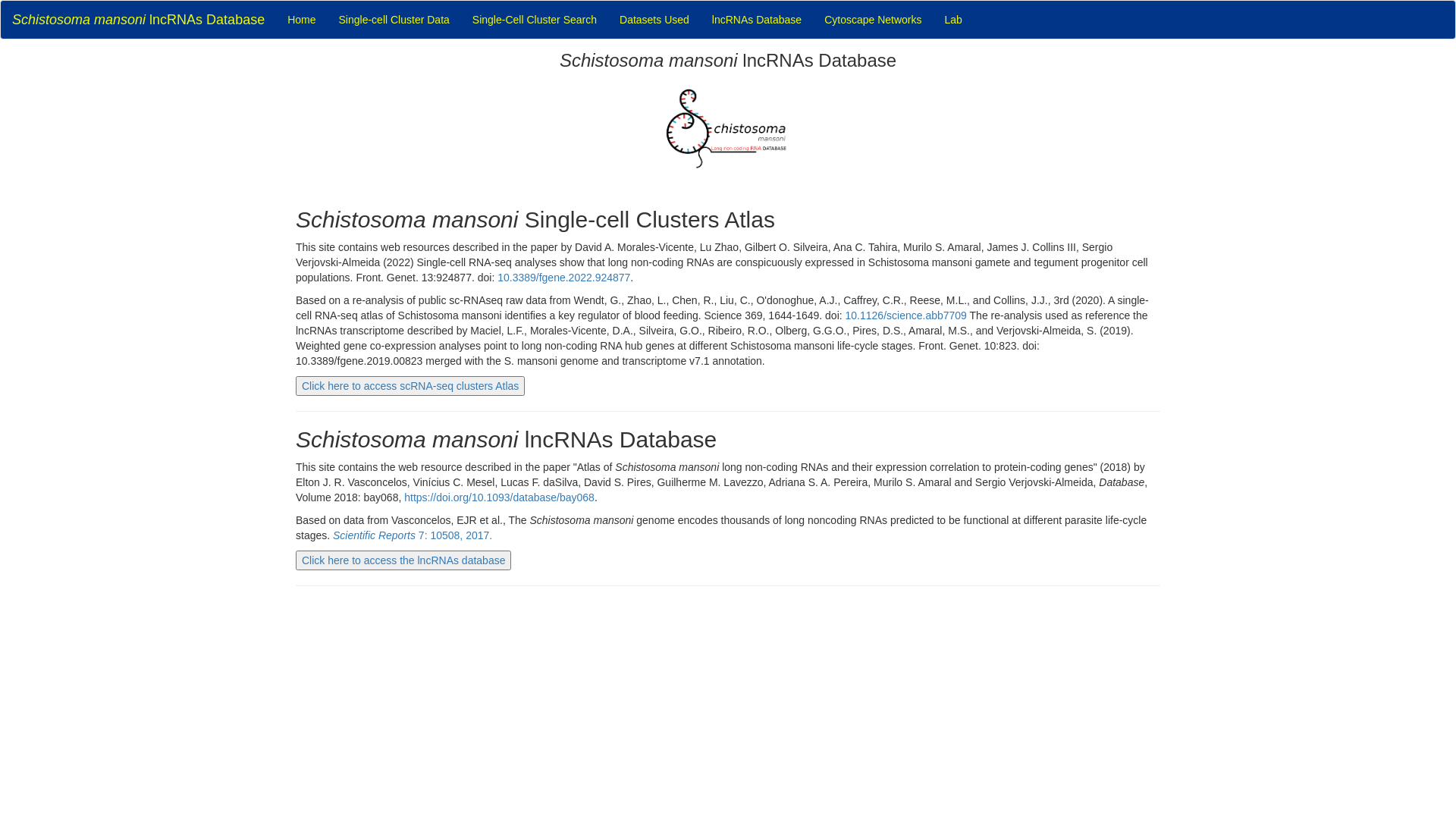  Describe the element at coordinates (535, 20) in the screenshot. I see `'Single-Cell Cluster Search'` at that location.